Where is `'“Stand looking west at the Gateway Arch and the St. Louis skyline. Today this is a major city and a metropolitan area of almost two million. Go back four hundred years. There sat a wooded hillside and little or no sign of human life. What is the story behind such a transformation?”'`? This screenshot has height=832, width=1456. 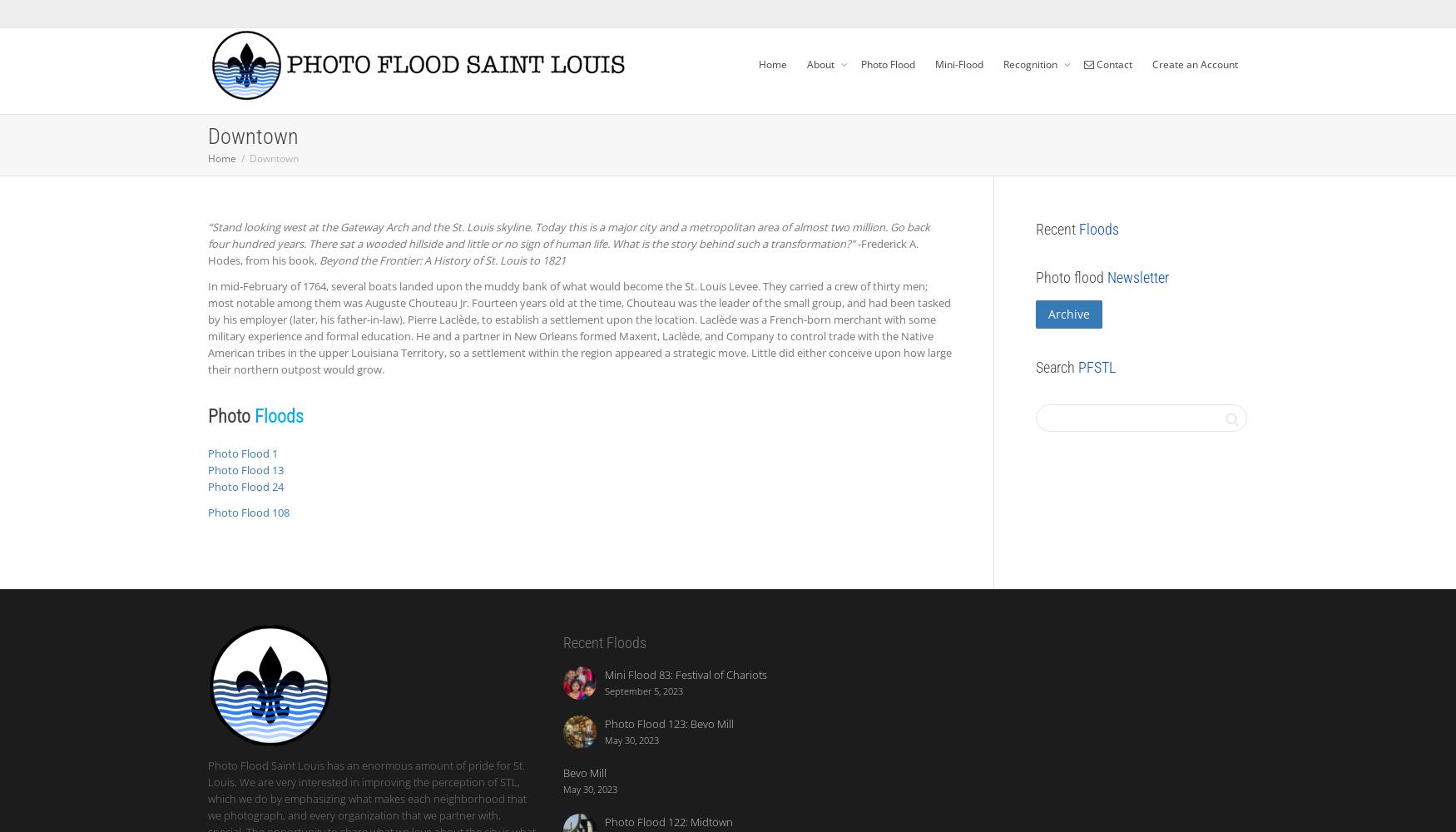
'“Stand looking west at the Gateway Arch and the St. Louis skyline. Today this is a major city and a metropolitan area of almost two million. Go back four hundred years. There sat a wooded hillside and little or no sign of human life. What is the story behind such a transformation?”' is located at coordinates (568, 235).